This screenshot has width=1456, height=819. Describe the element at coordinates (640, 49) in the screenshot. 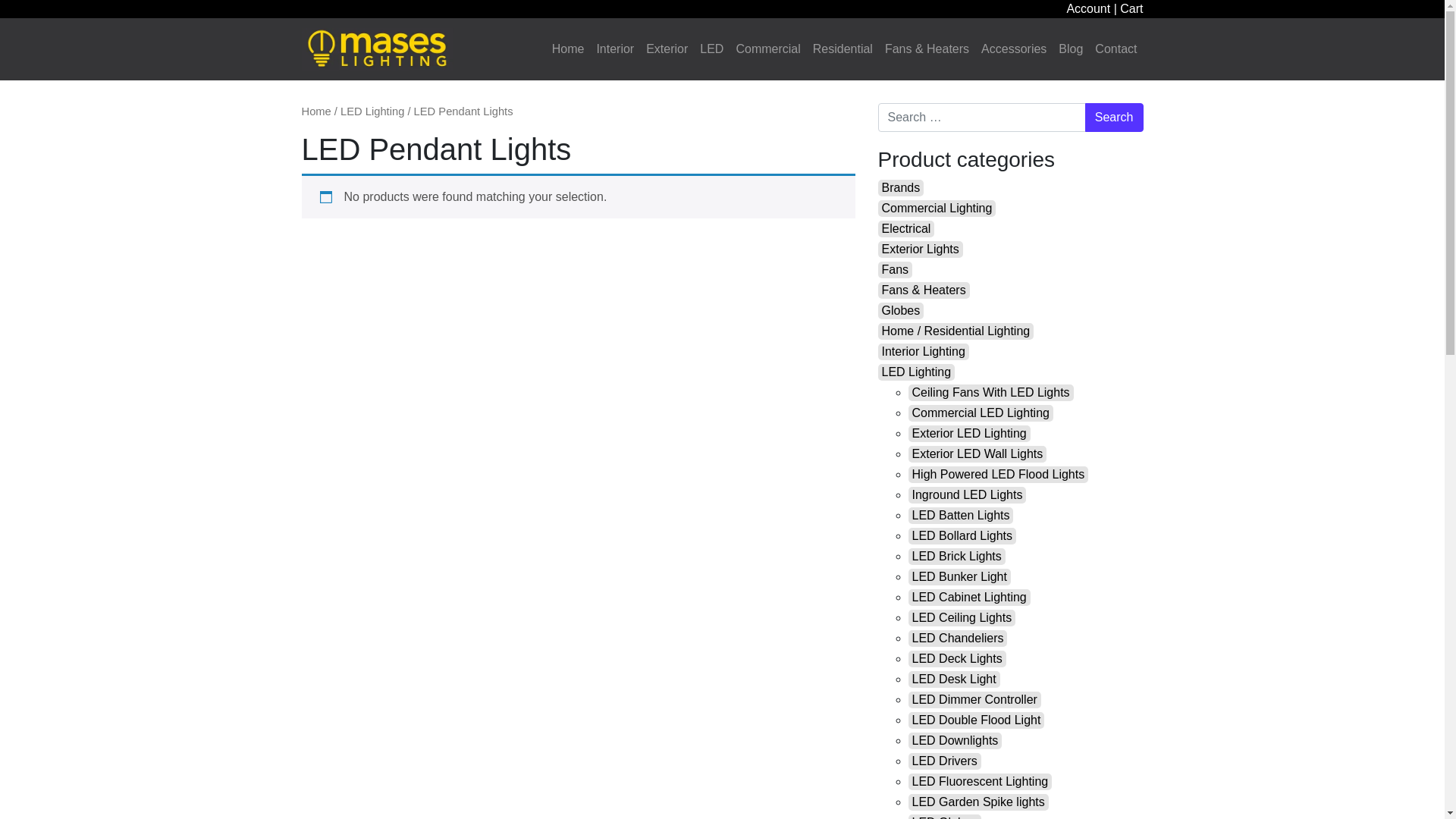

I see `'Exterior'` at that location.